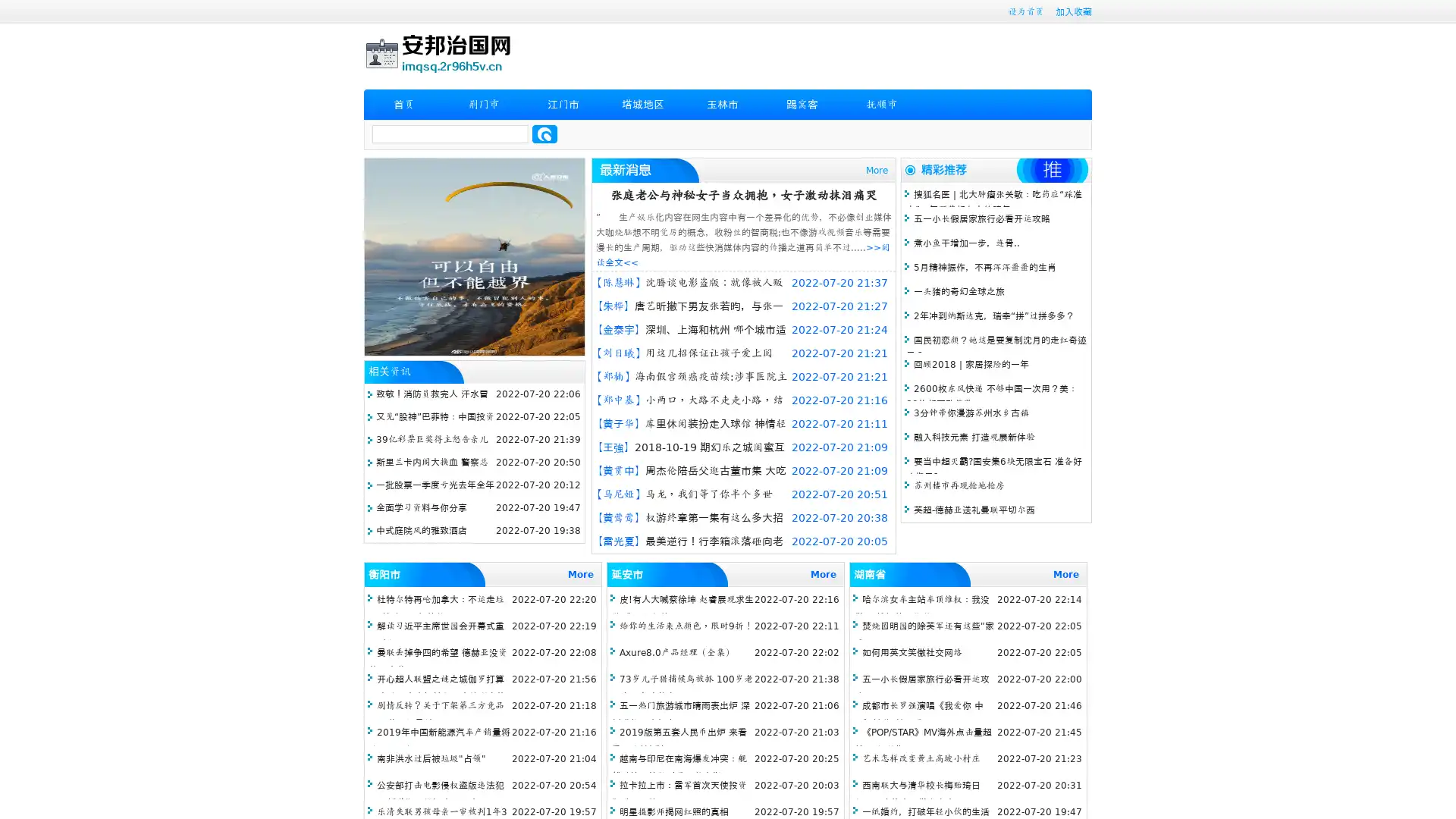 This screenshot has height=819, width=1456. Describe the element at coordinates (544, 133) in the screenshot. I see `Search` at that location.